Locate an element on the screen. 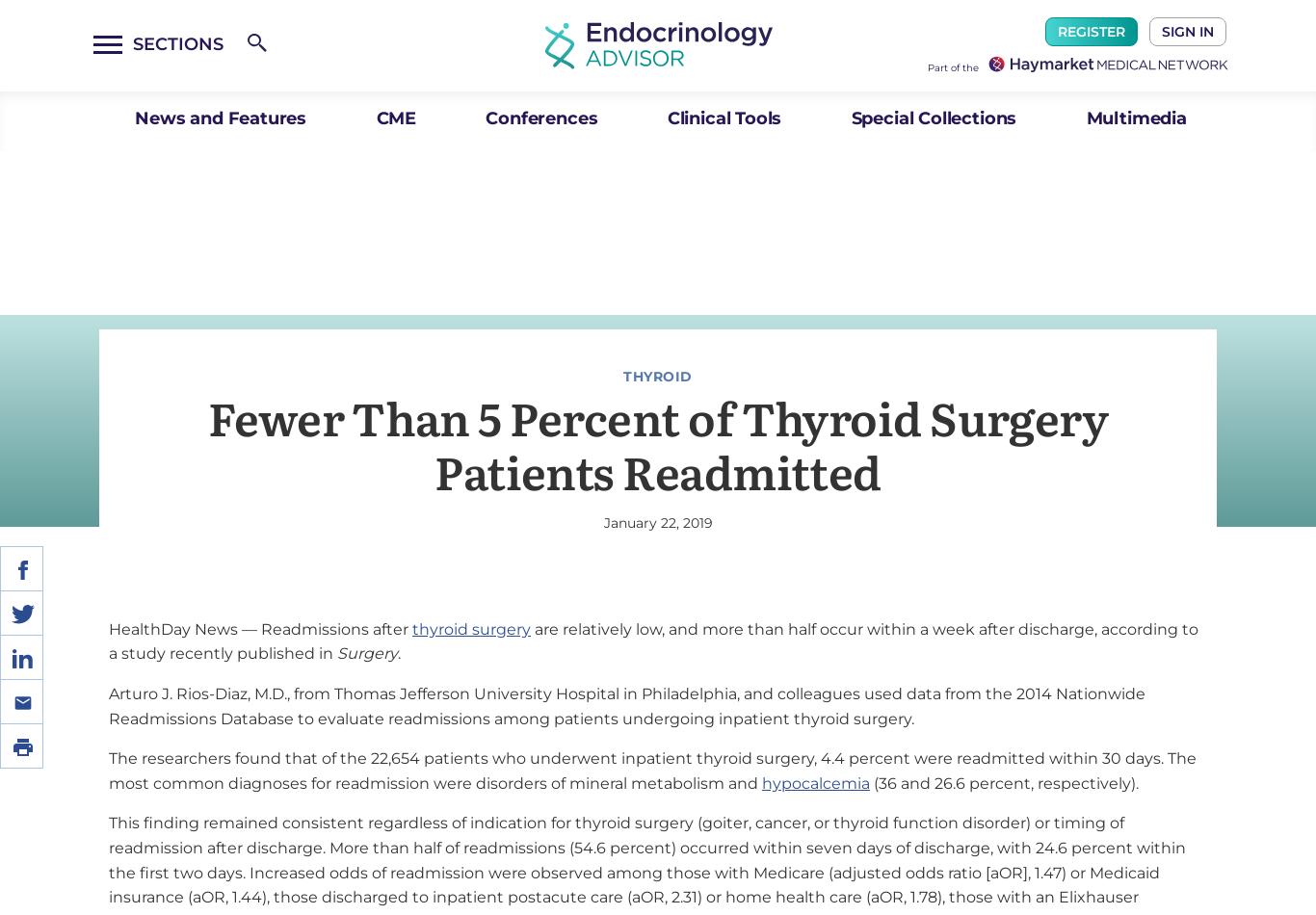  'are relatively low, and more than half occur within a week after discharge, according to a study recently published in' is located at coordinates (652, 640).